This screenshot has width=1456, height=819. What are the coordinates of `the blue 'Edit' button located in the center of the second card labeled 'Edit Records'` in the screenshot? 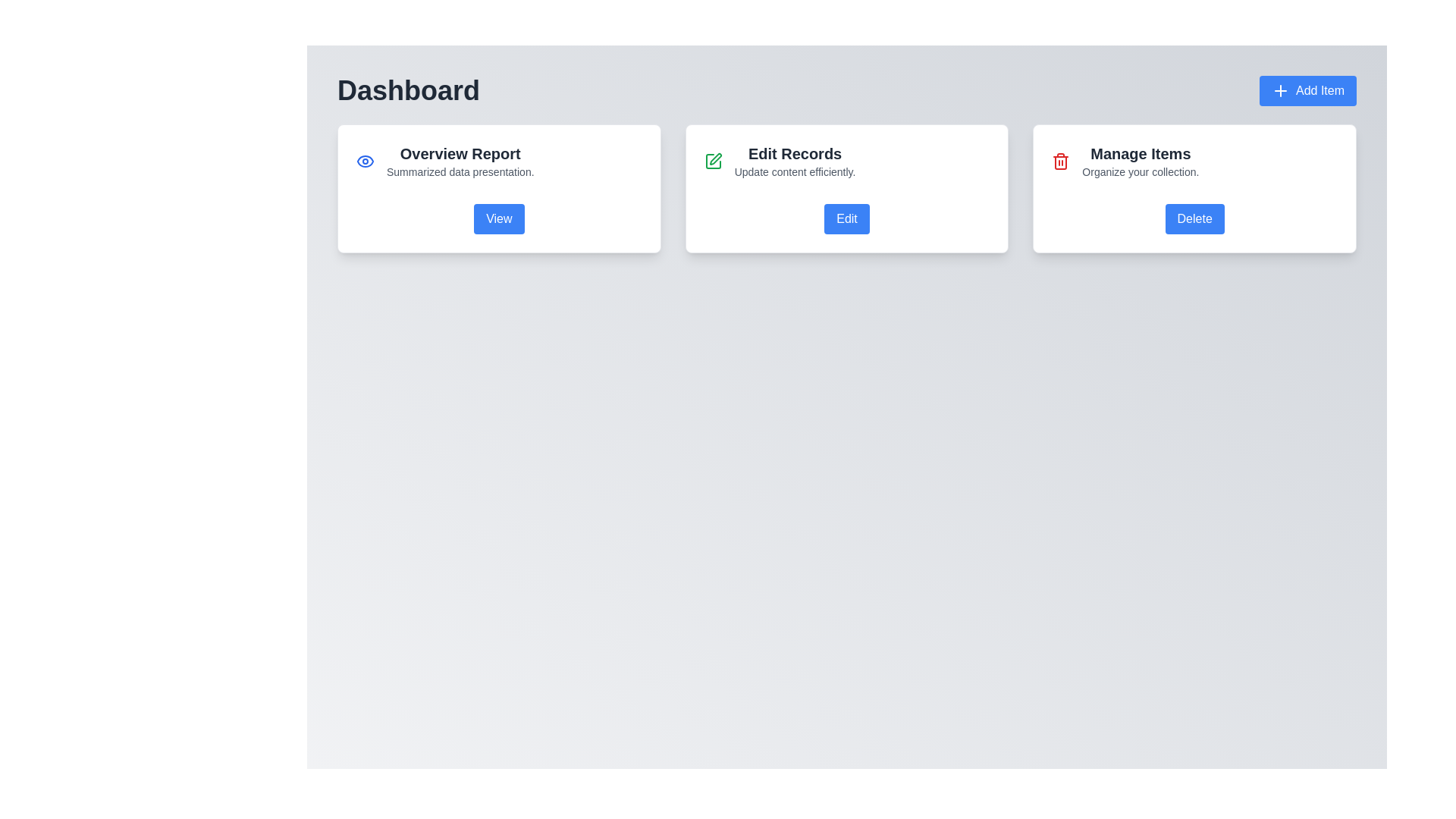 It's located at (846, 219).